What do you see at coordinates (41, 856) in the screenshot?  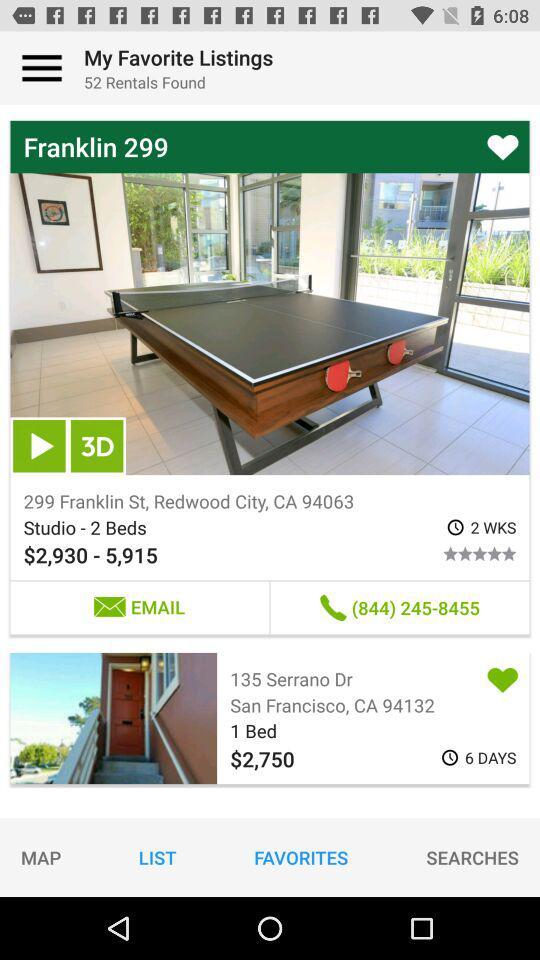 I see `the map` at bounding box center [41, 856].